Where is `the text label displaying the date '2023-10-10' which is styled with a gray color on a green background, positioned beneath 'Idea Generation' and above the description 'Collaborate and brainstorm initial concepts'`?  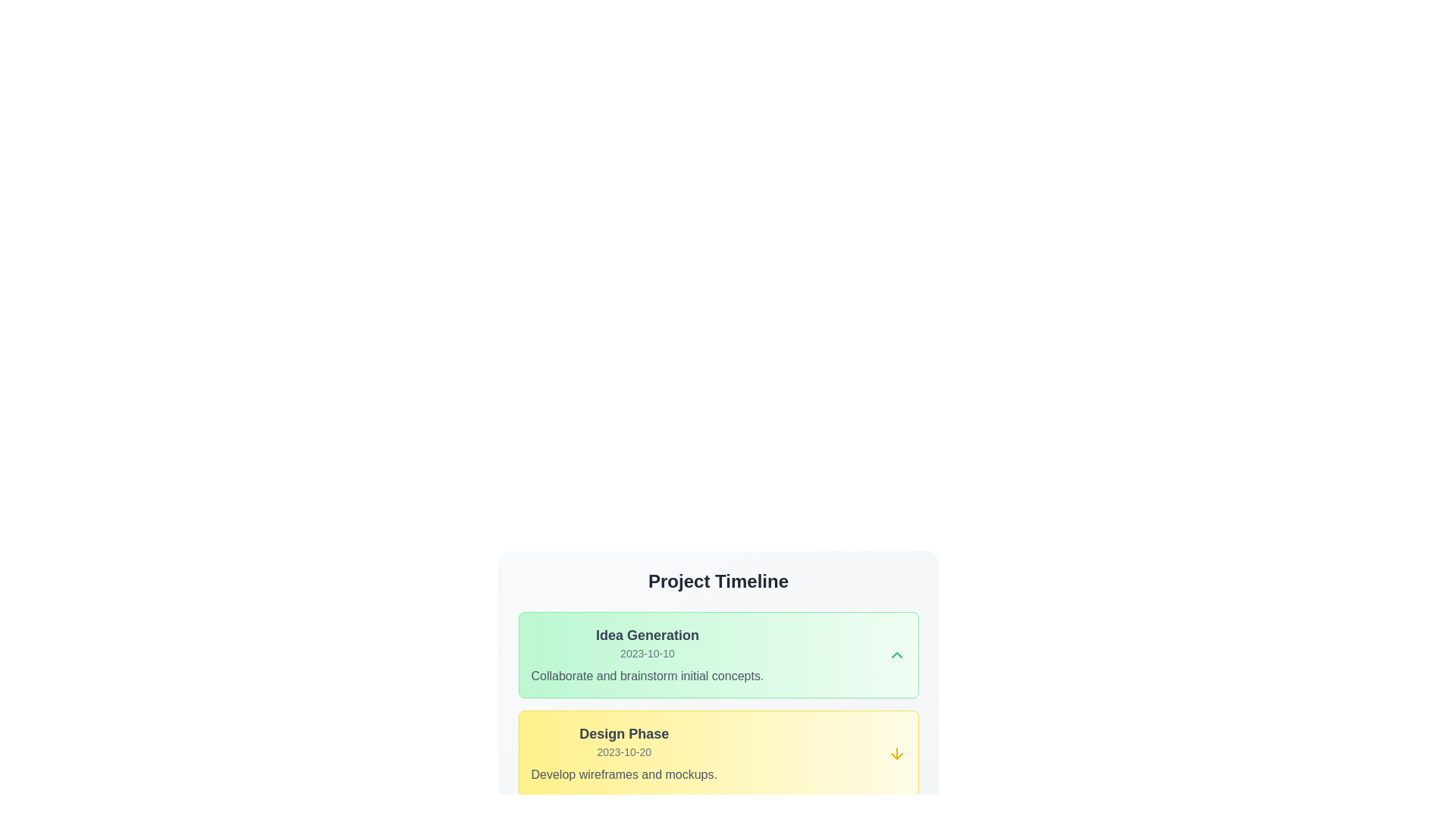 the text label displaying the date '2023-10-10' which is styled with a gray color on a green background, positioned beneath 'Idea Generation' and above the description 'Collaborate and brainstorm initial concepts' is located at coordinates (647, 652).